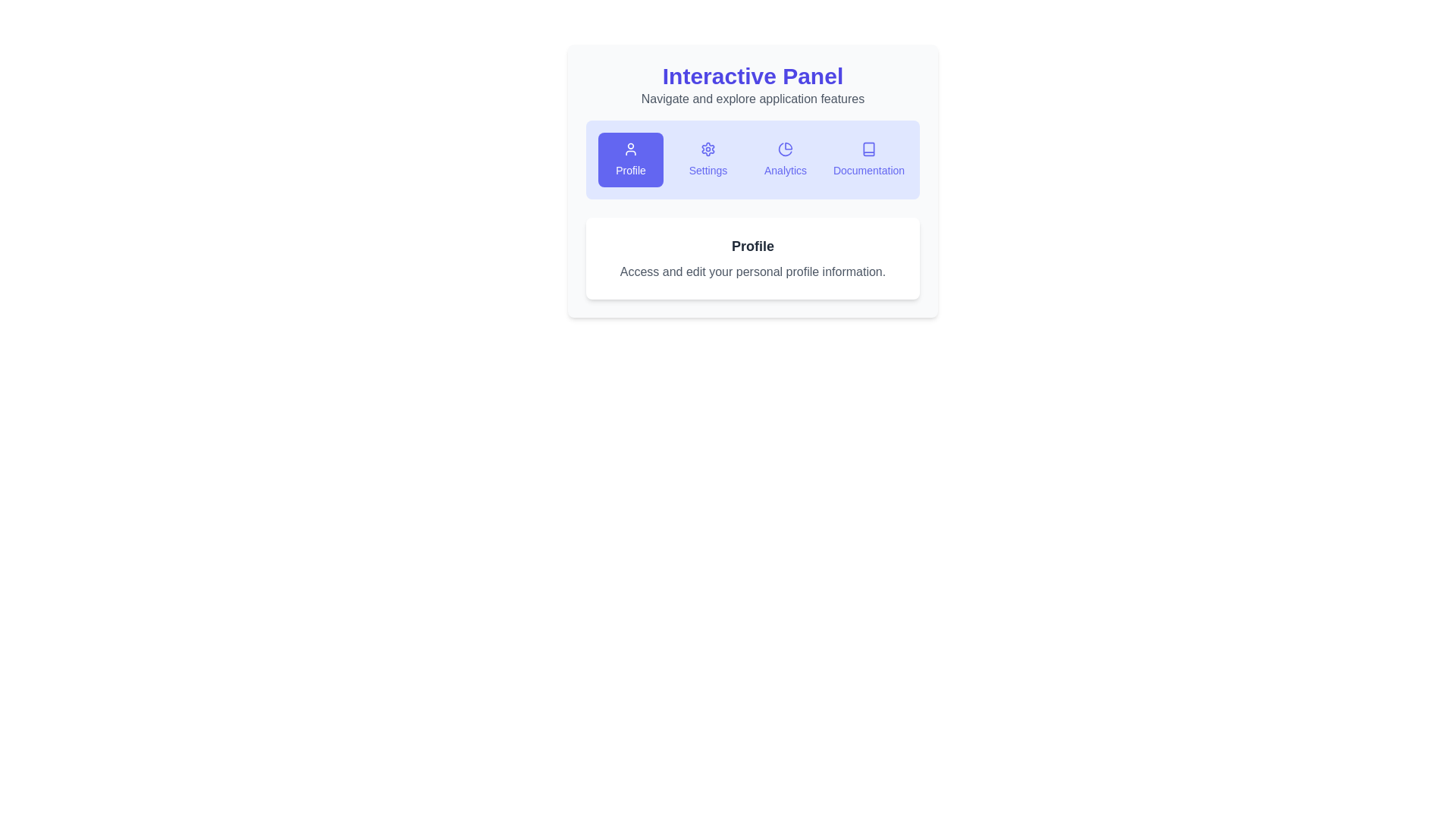 The height and width of the screenshot is (819, 1456). What do you see at coordinates (630, 149) in the screenshot?
I see `the 'Profile' icon located on the leftmost side of the button toolbar` at bounding box center [630, 149].